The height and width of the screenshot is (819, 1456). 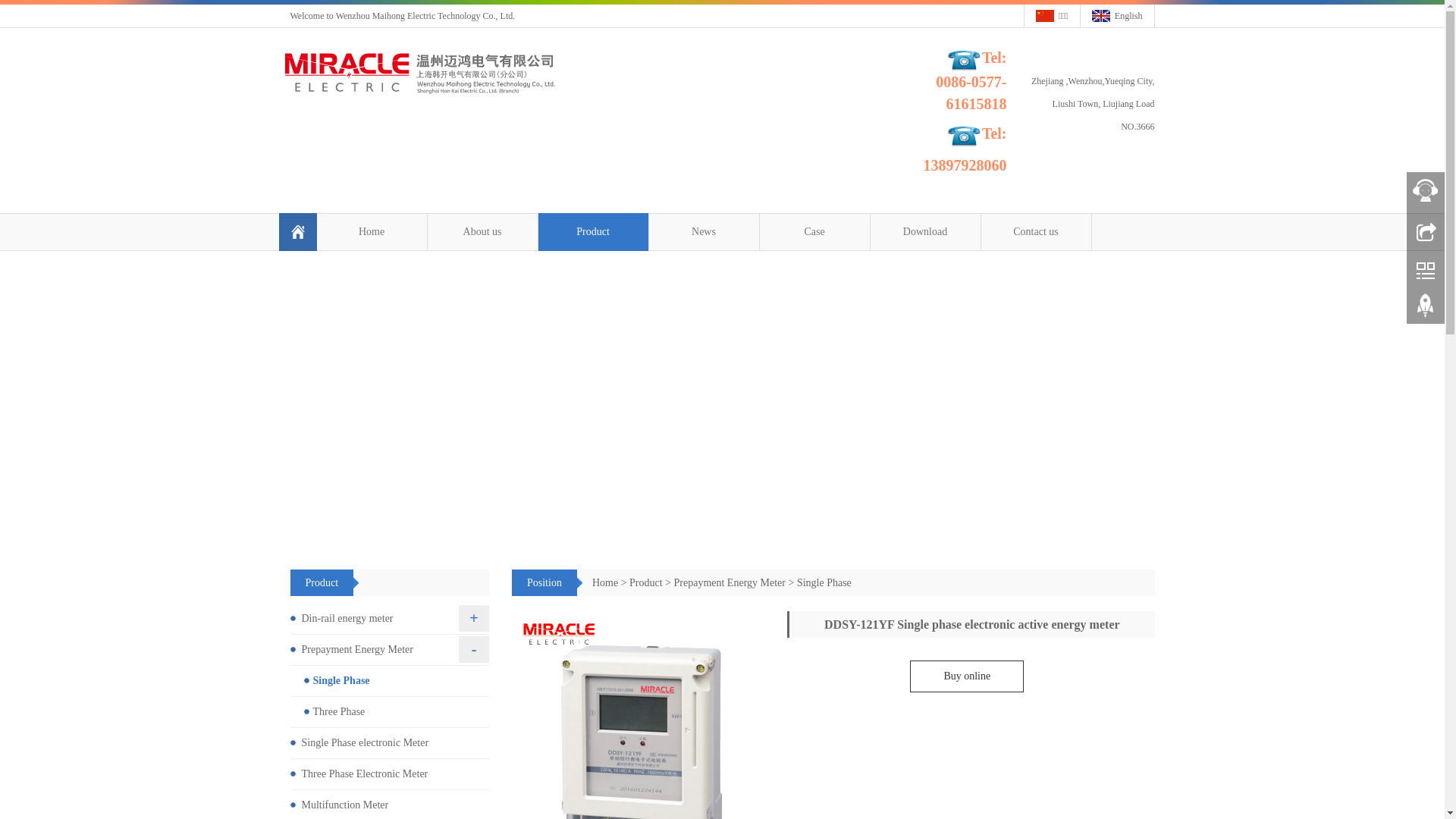 I want to click on 'Three Phase Electronic Meter', so click(x=389, y=774).